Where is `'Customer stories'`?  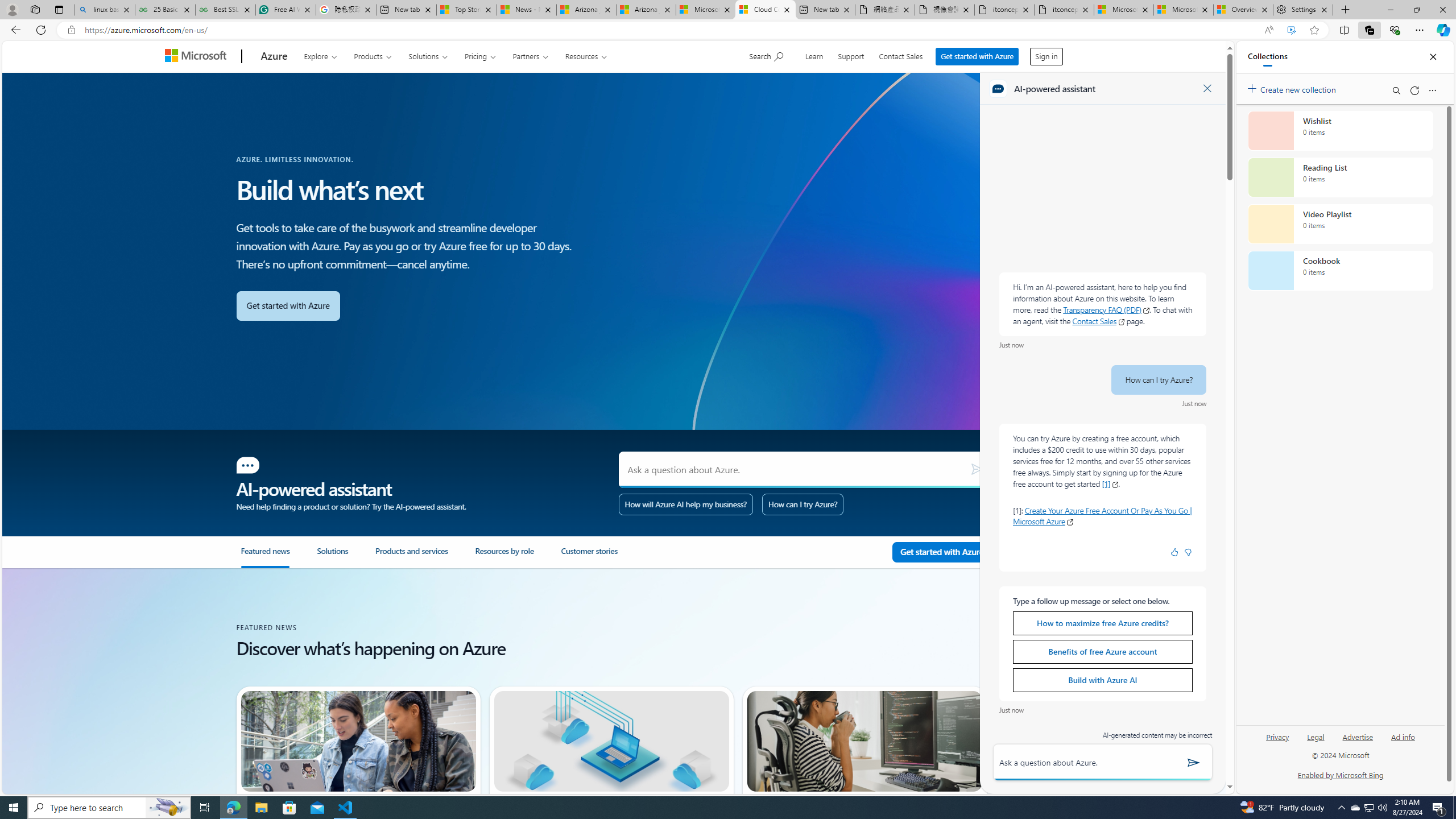 'Customer stories' is located at coordinates (603, 556).